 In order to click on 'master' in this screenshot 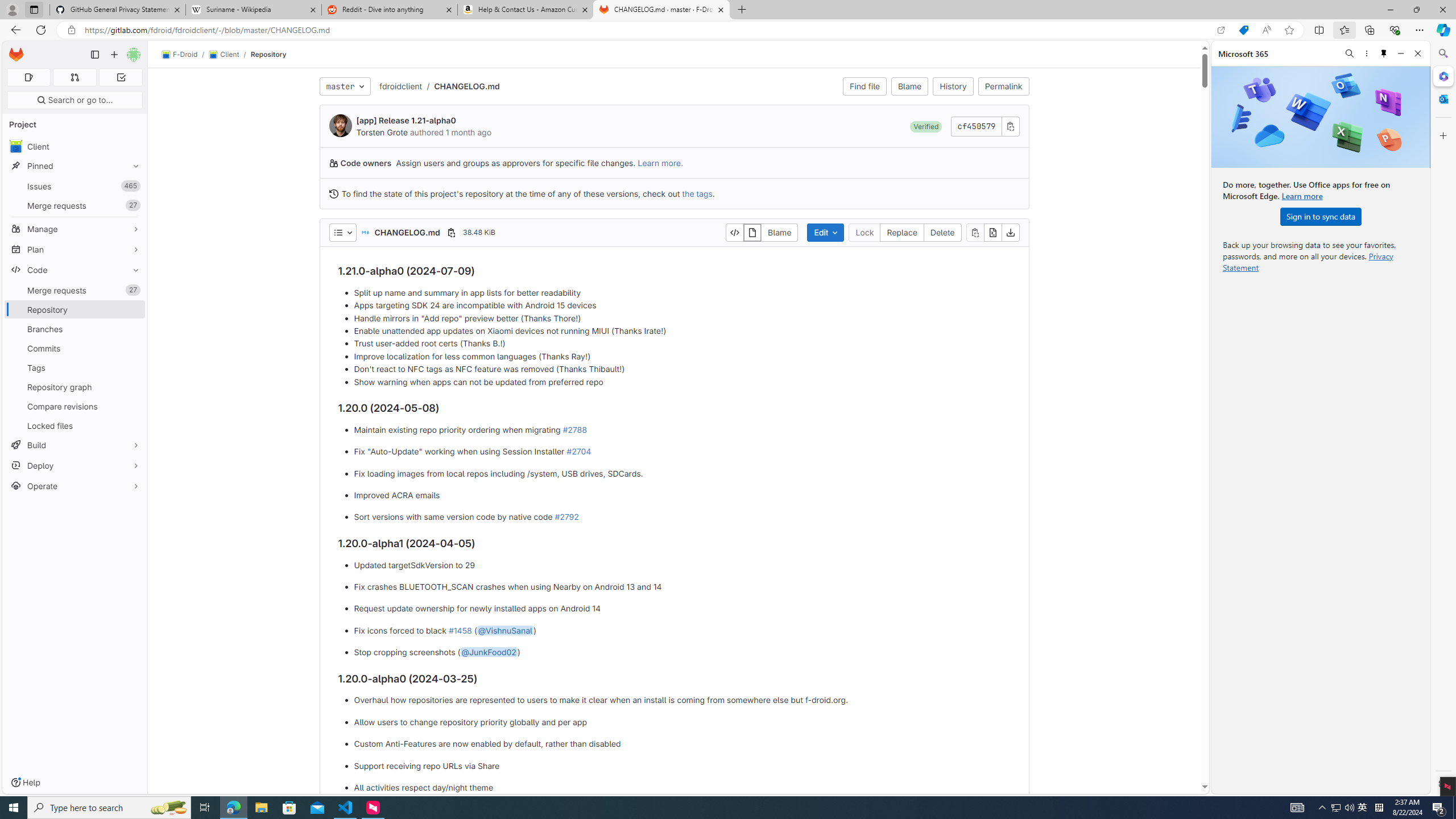, I will do `click(345, 85)`.